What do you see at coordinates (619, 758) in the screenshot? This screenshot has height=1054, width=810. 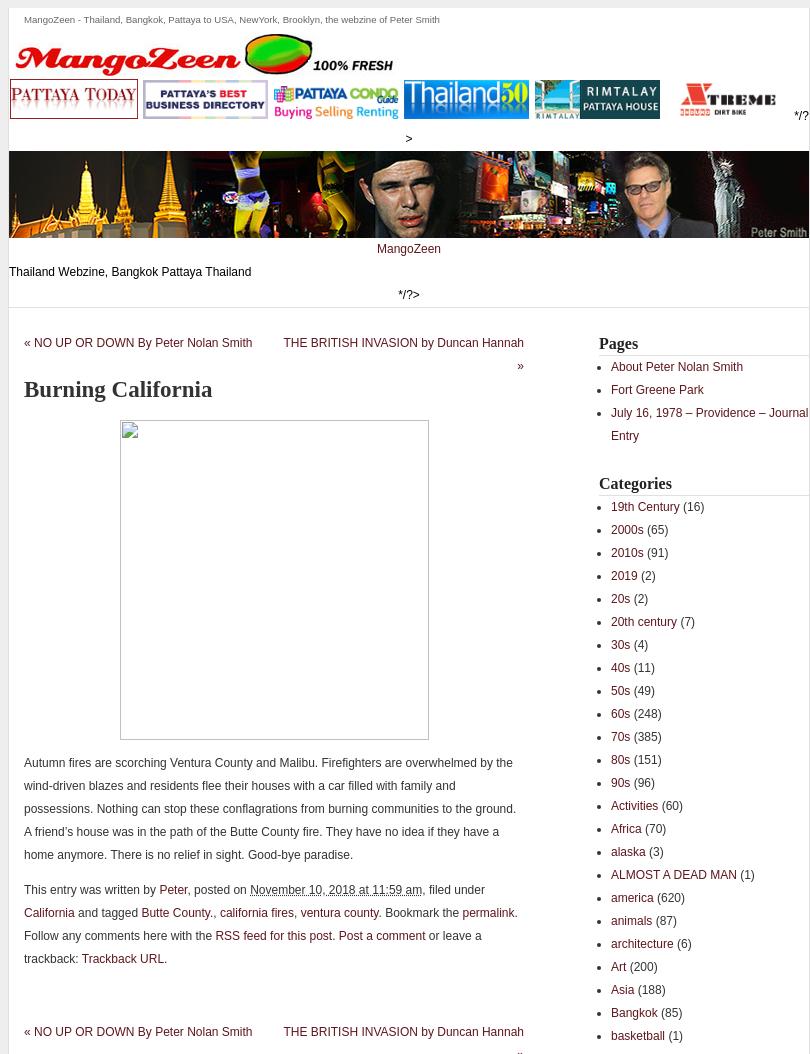 I see `'80s'` at bounding box center [619, 758].